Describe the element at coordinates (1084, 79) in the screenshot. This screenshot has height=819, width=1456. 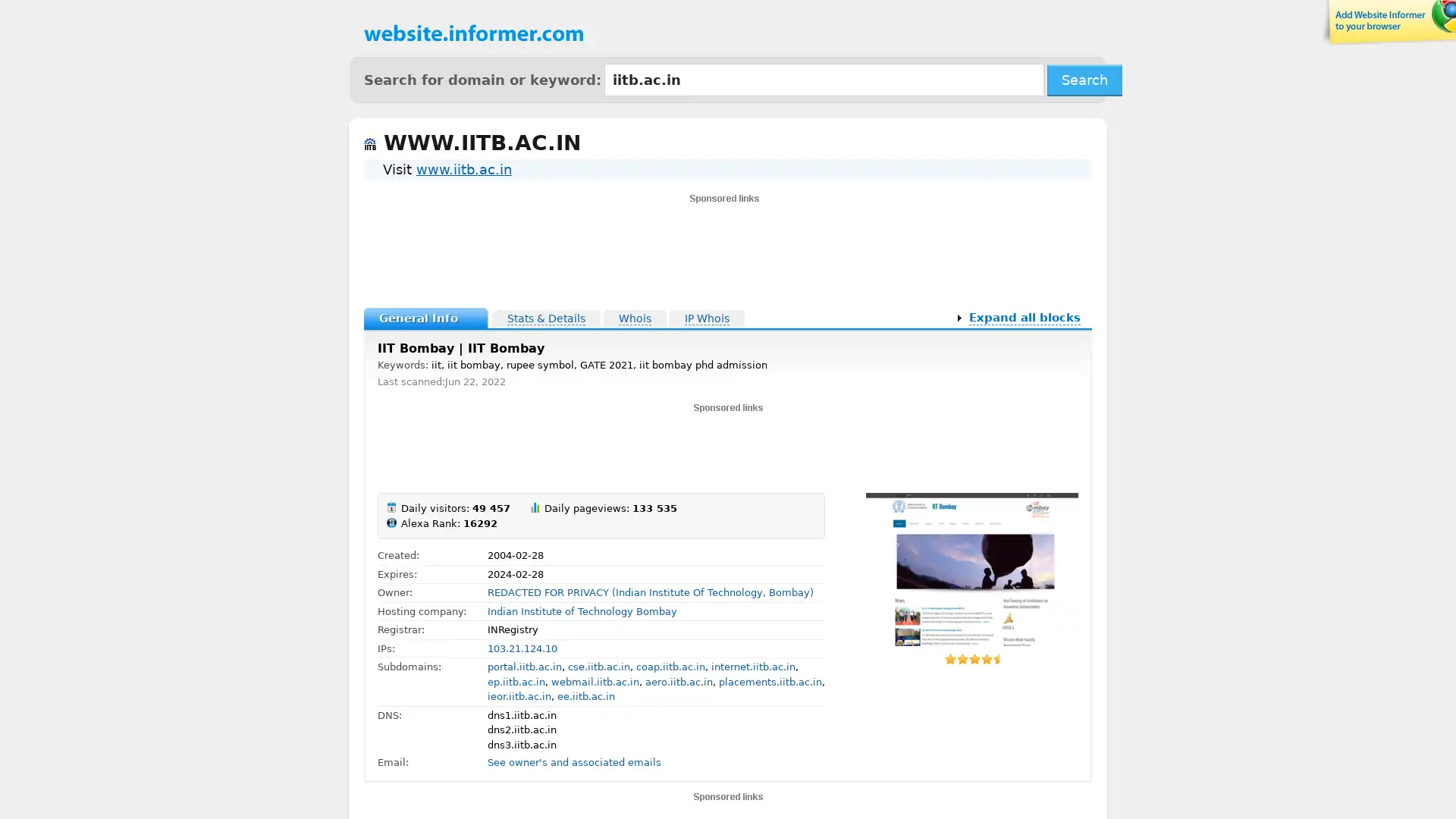
I see `Search` at that location.